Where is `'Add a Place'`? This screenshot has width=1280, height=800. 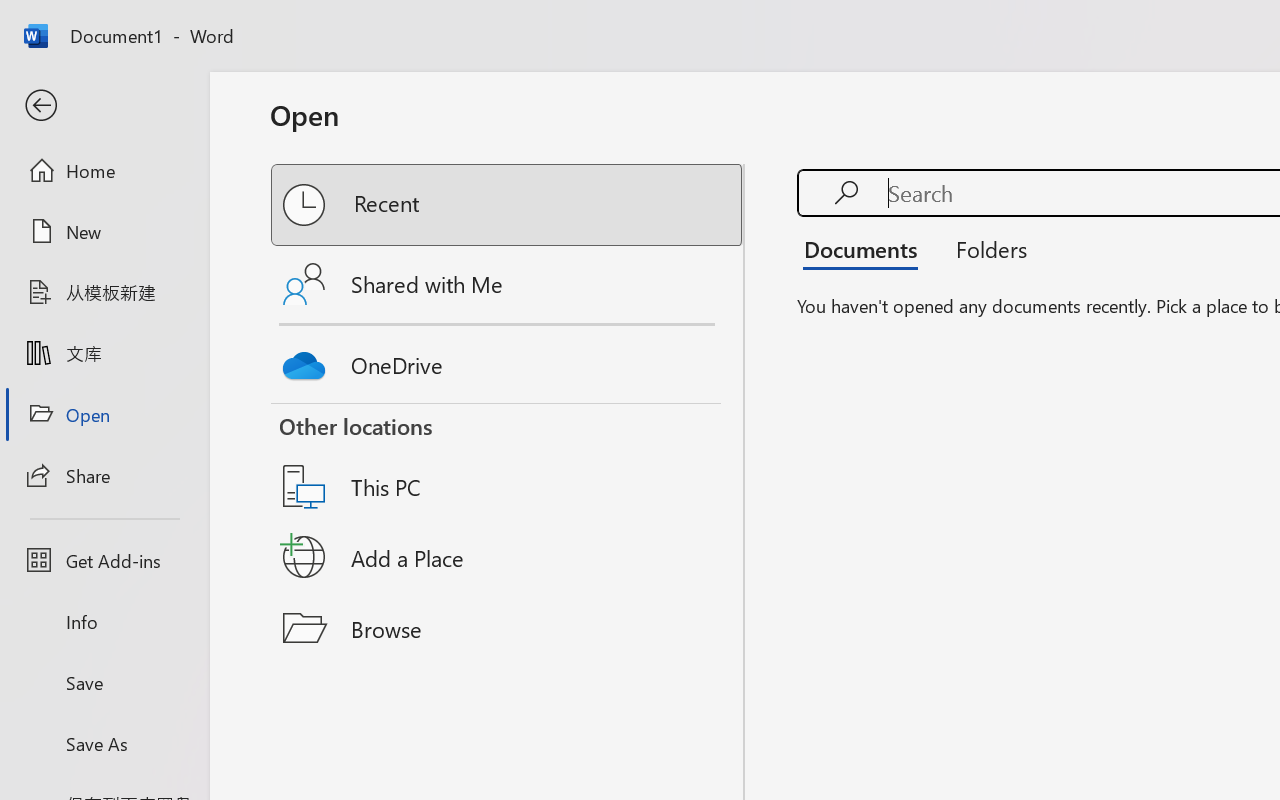 'Add a Place' is located at coordinates (508, 557).